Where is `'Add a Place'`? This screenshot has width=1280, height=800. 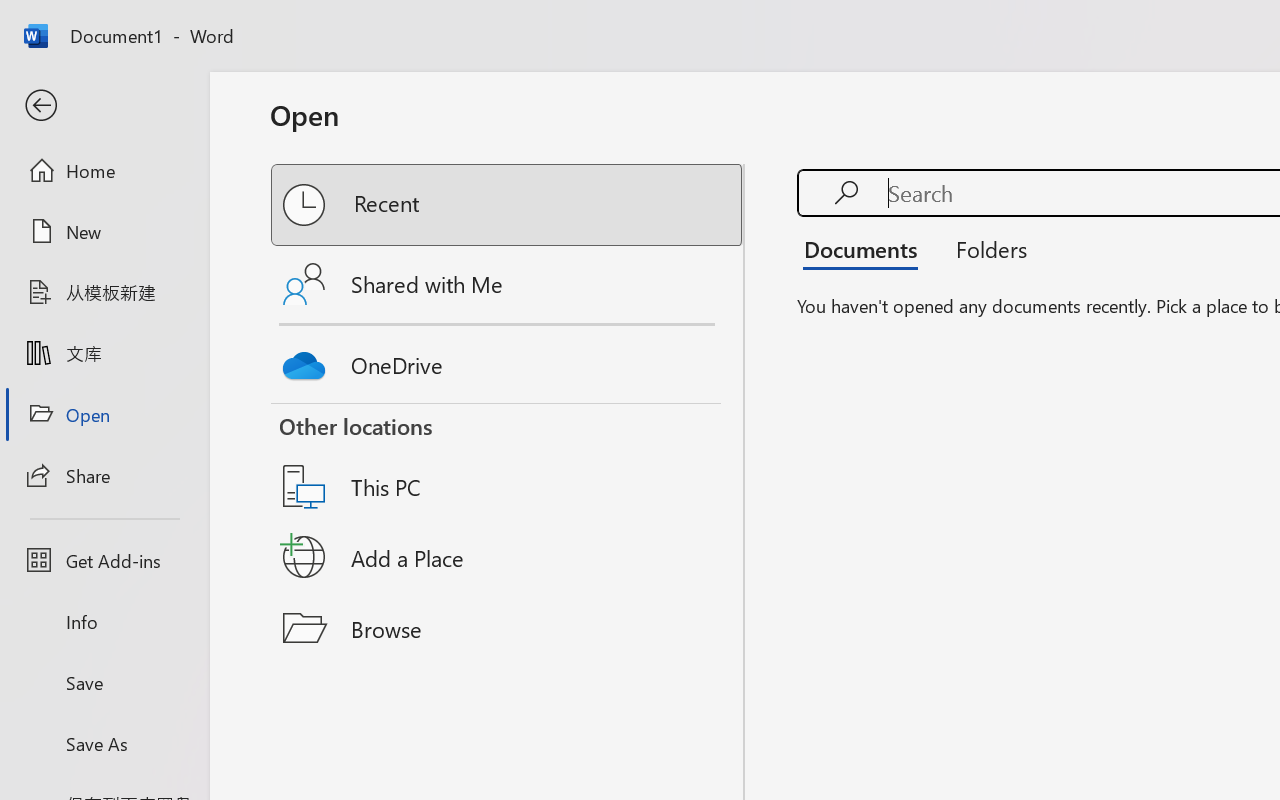 'Add a Place' is located at coordinates (508, 557).